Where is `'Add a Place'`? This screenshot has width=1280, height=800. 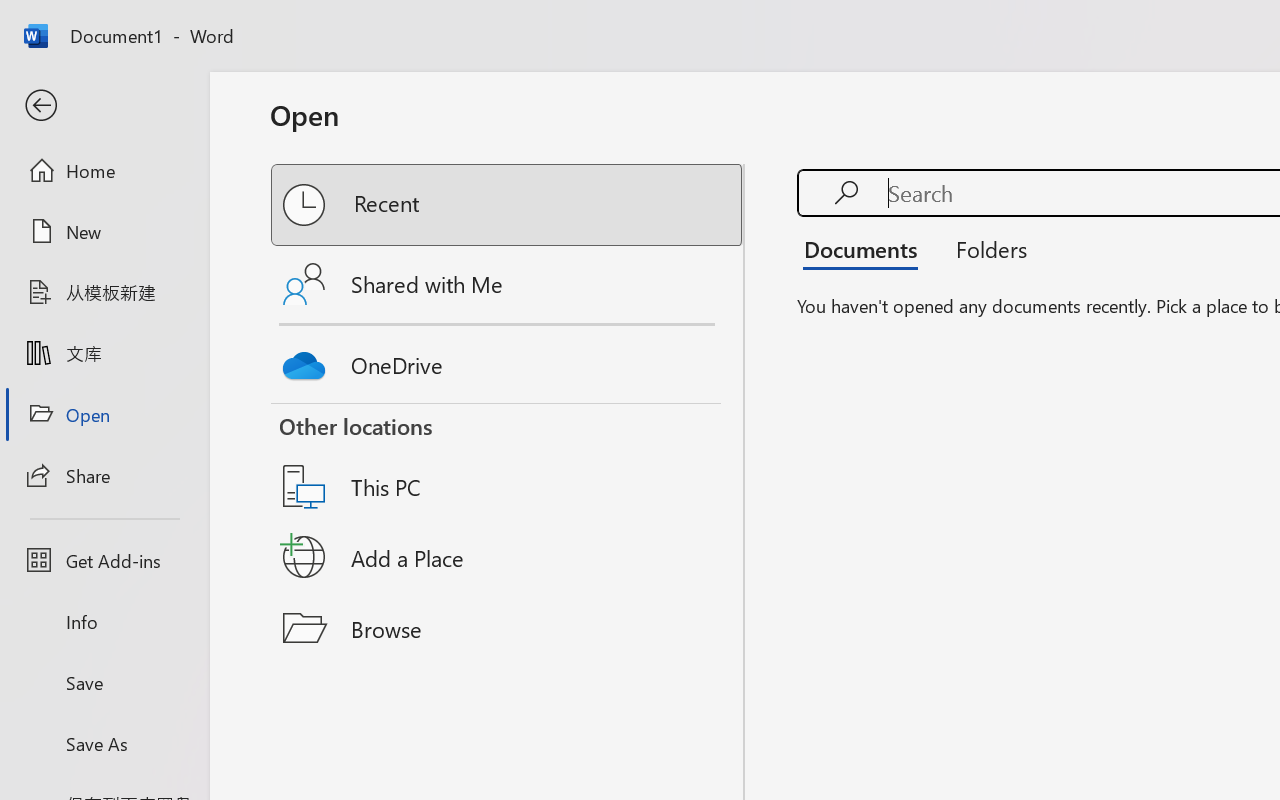 'Add a Place' is located at coordinates (508, 557).